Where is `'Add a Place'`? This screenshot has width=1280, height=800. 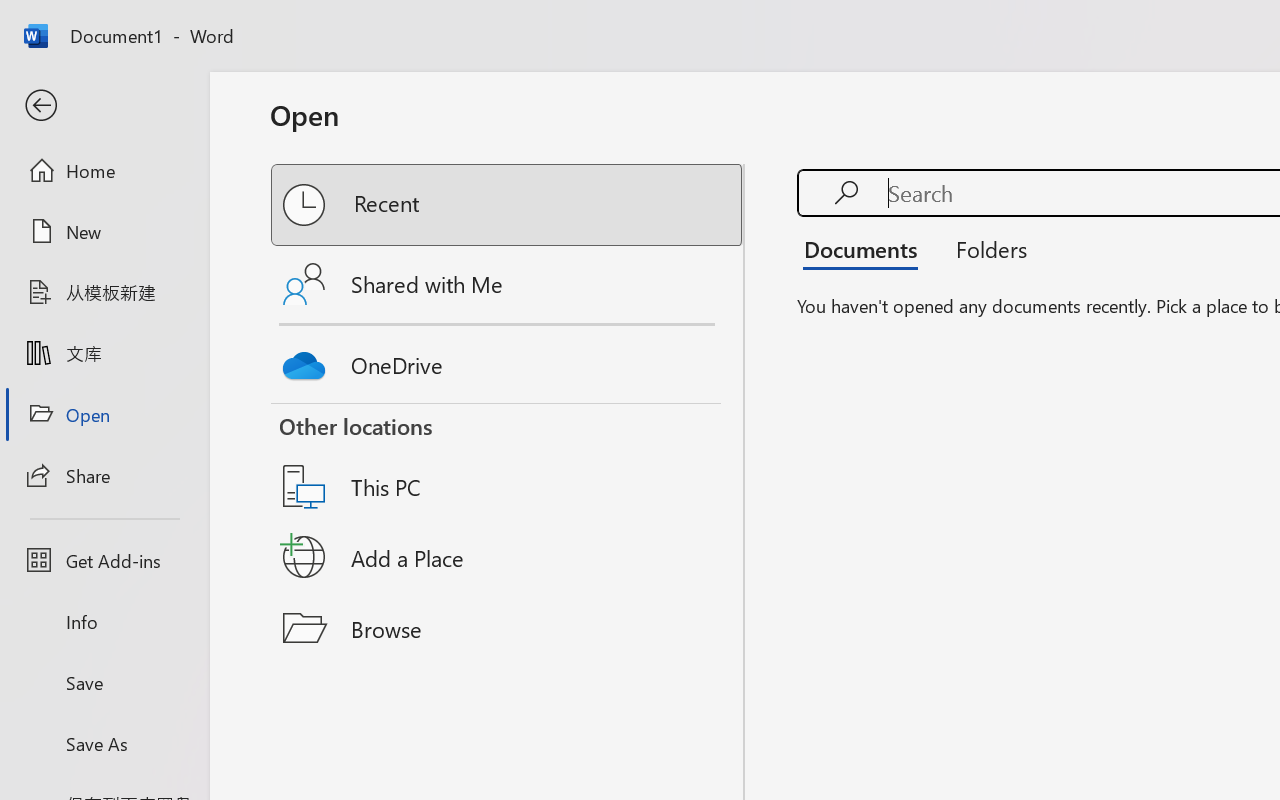 'Add a Place' is located at coordinates (508, 557).